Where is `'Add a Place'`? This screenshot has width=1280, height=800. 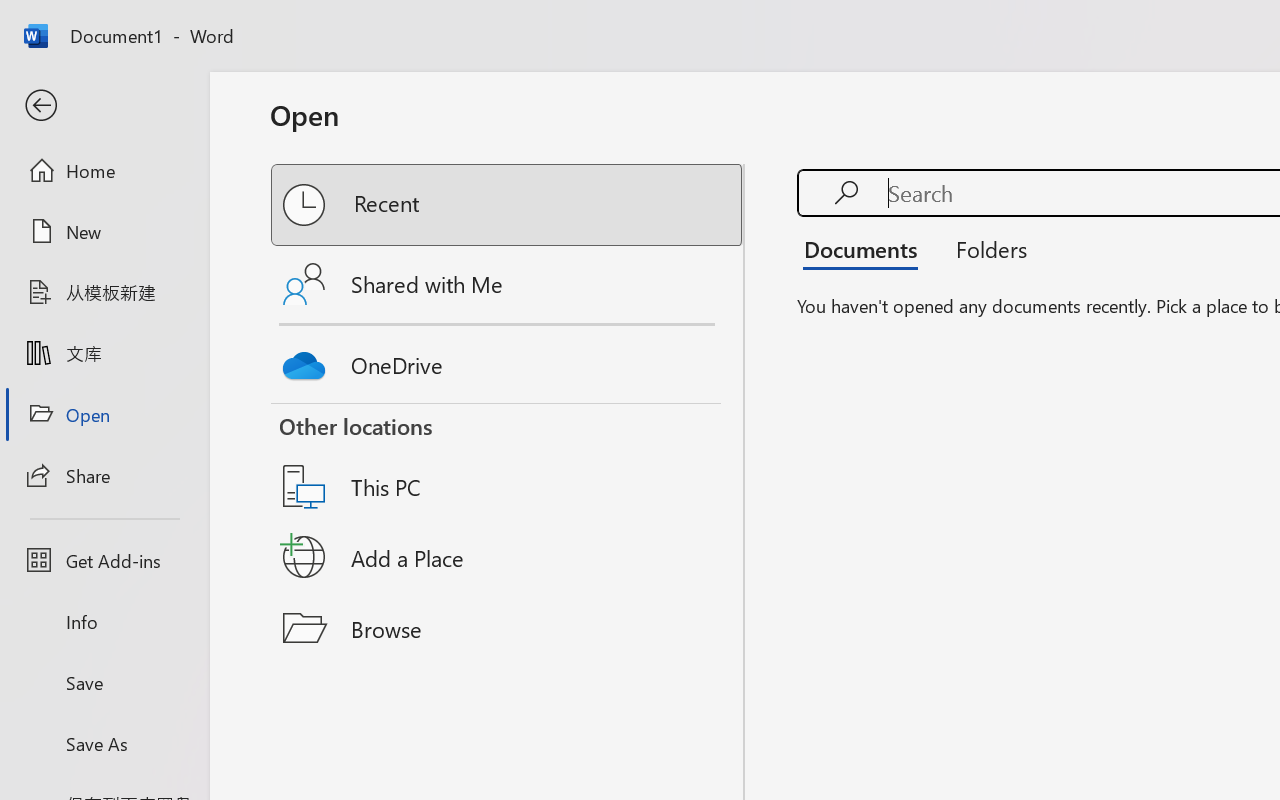 'Add a Place' is located at coordinates (508, 557).